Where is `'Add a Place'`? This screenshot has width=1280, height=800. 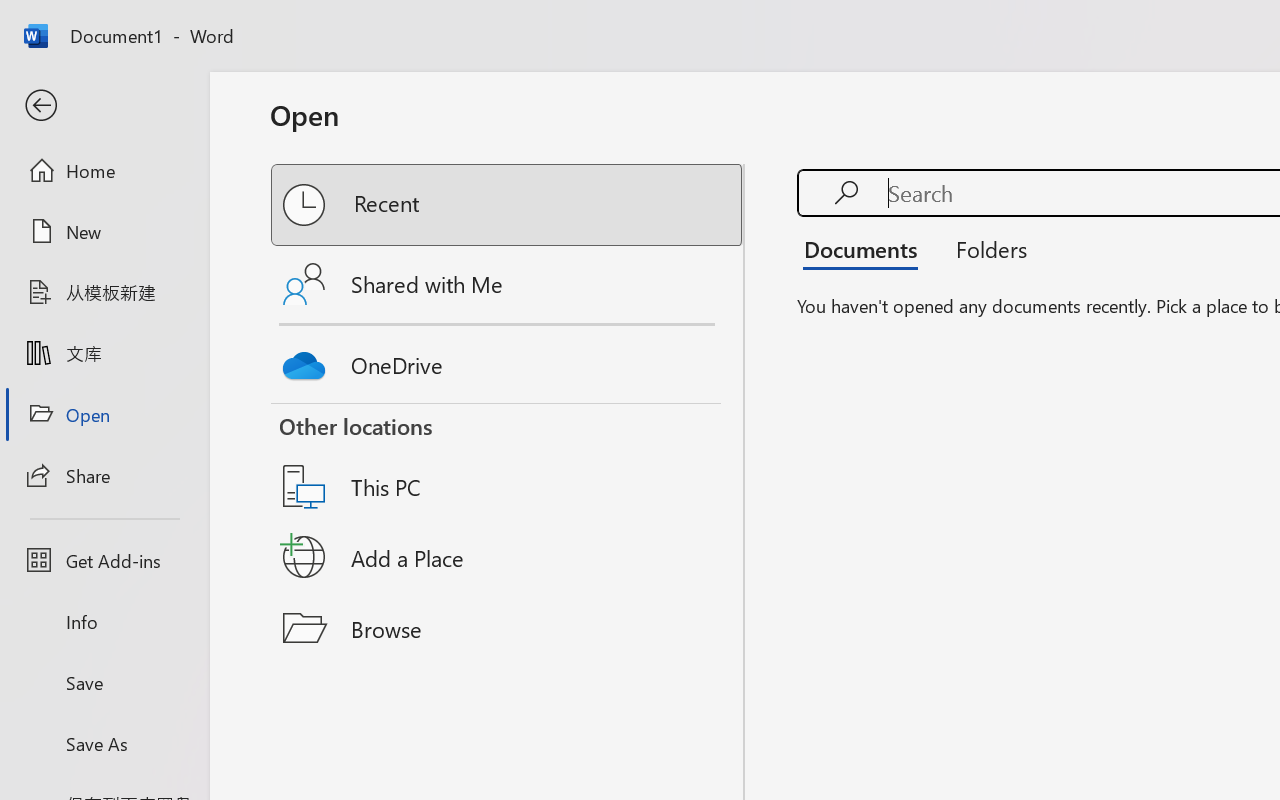 'Add a Place' is located at coordinates (508, 557).